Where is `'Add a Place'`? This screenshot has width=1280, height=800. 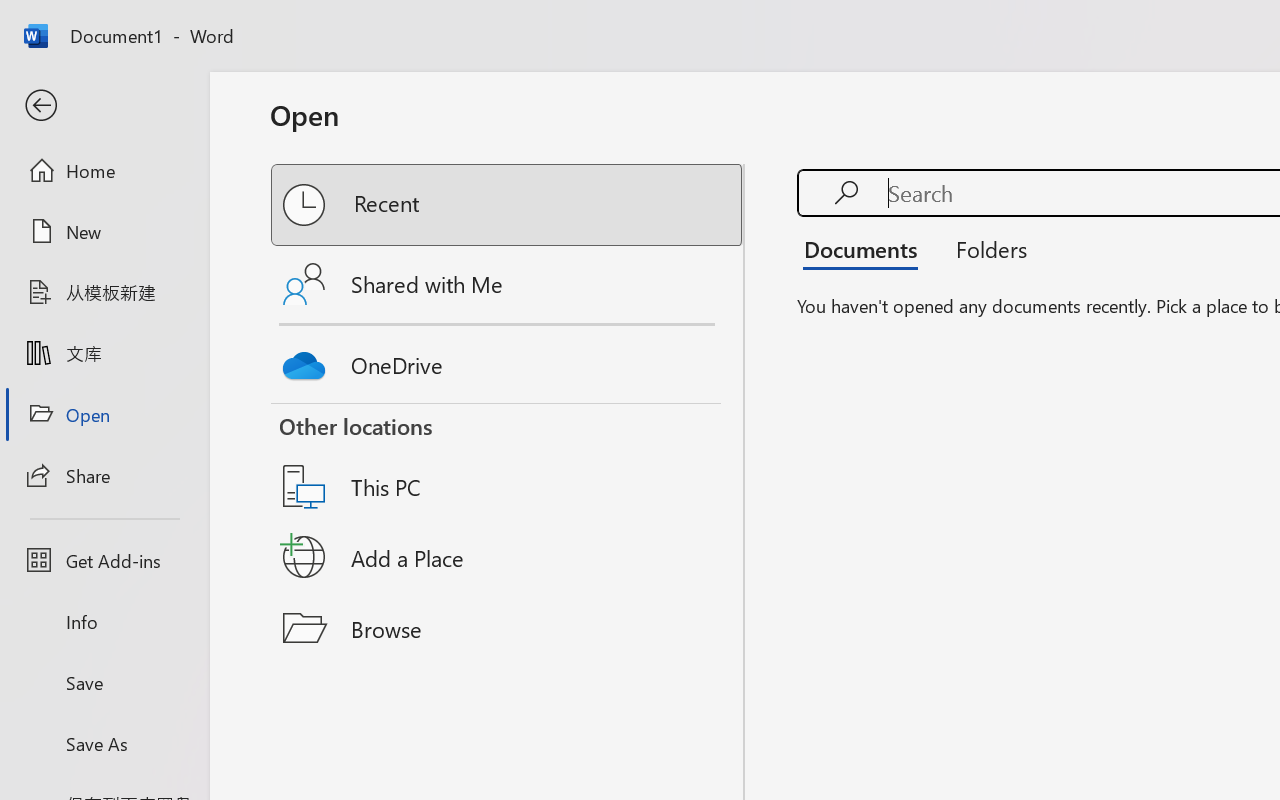 'Add a Place' is located at coordinates (508, 557).